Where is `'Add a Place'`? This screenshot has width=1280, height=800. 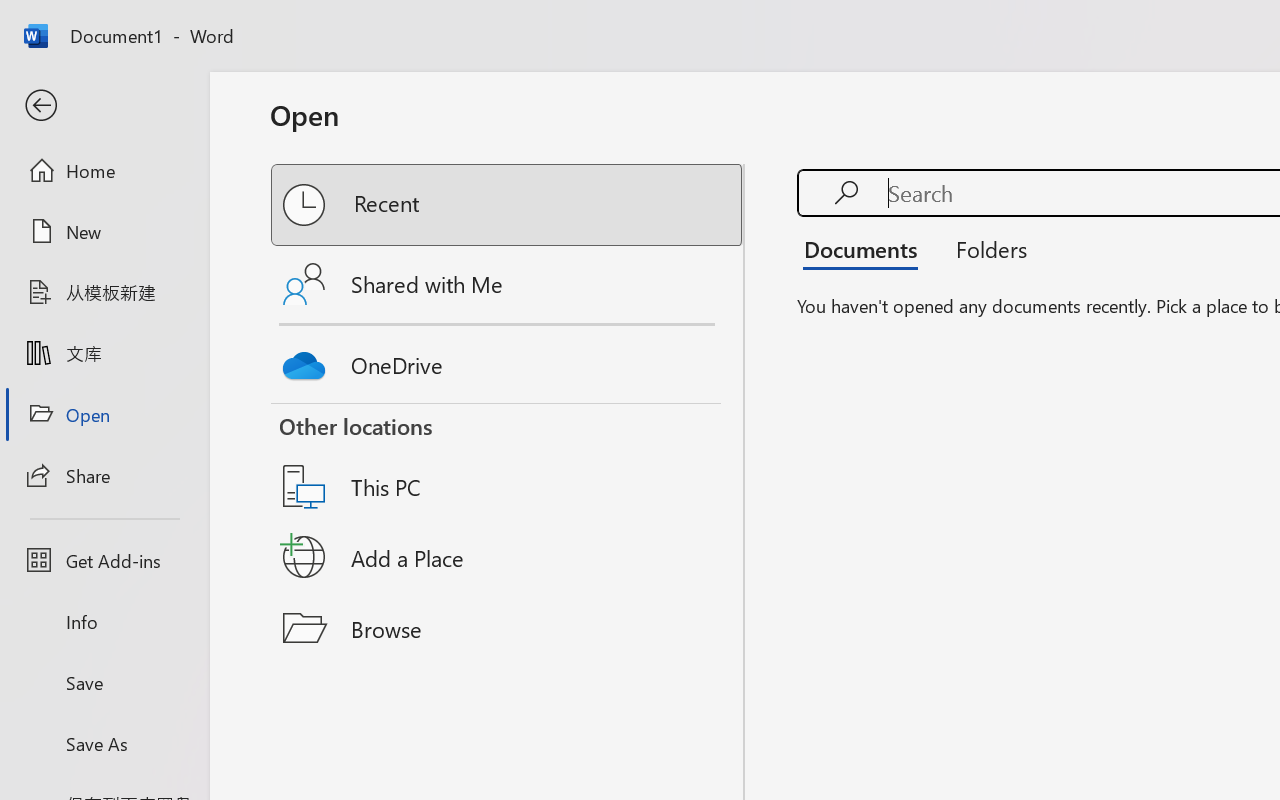 'Add a Place' is located at coordinates (508, 557).